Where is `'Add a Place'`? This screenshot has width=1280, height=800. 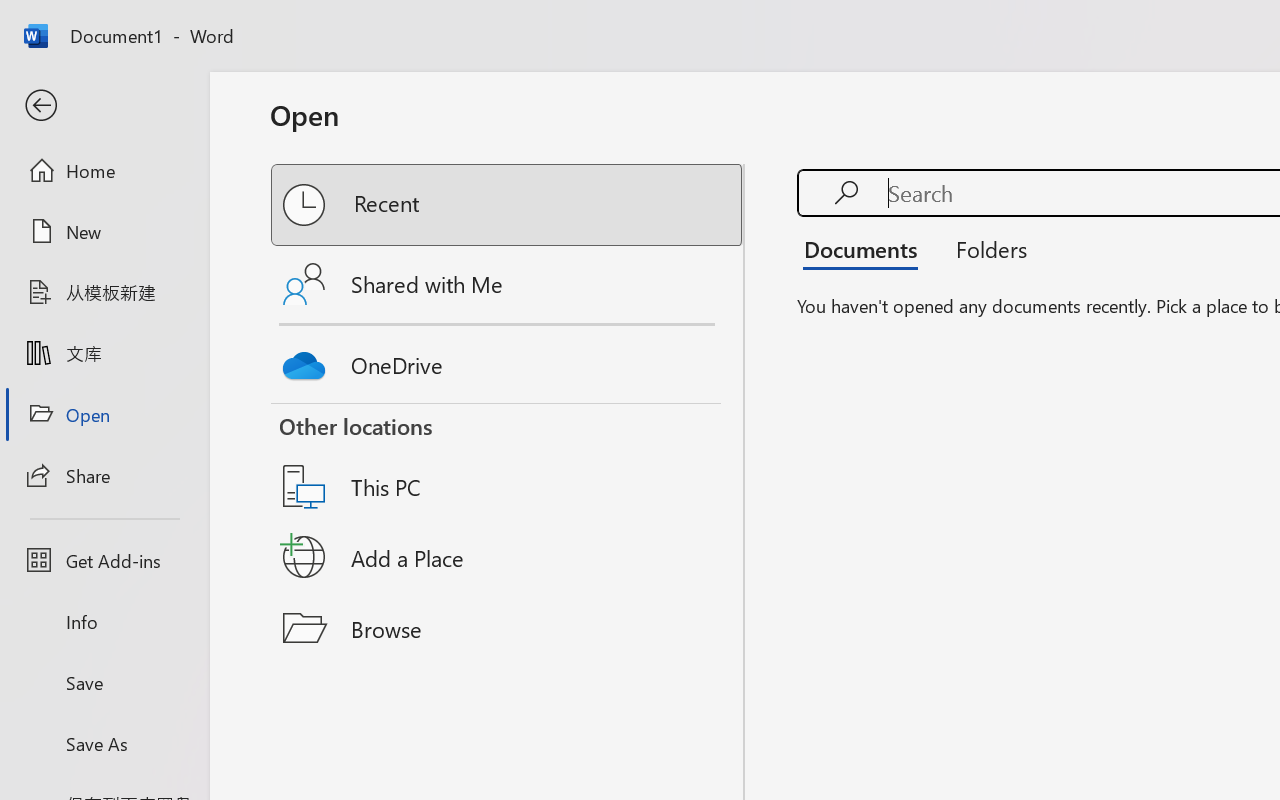 'Add a Place' is located at coordinates (508, 557).